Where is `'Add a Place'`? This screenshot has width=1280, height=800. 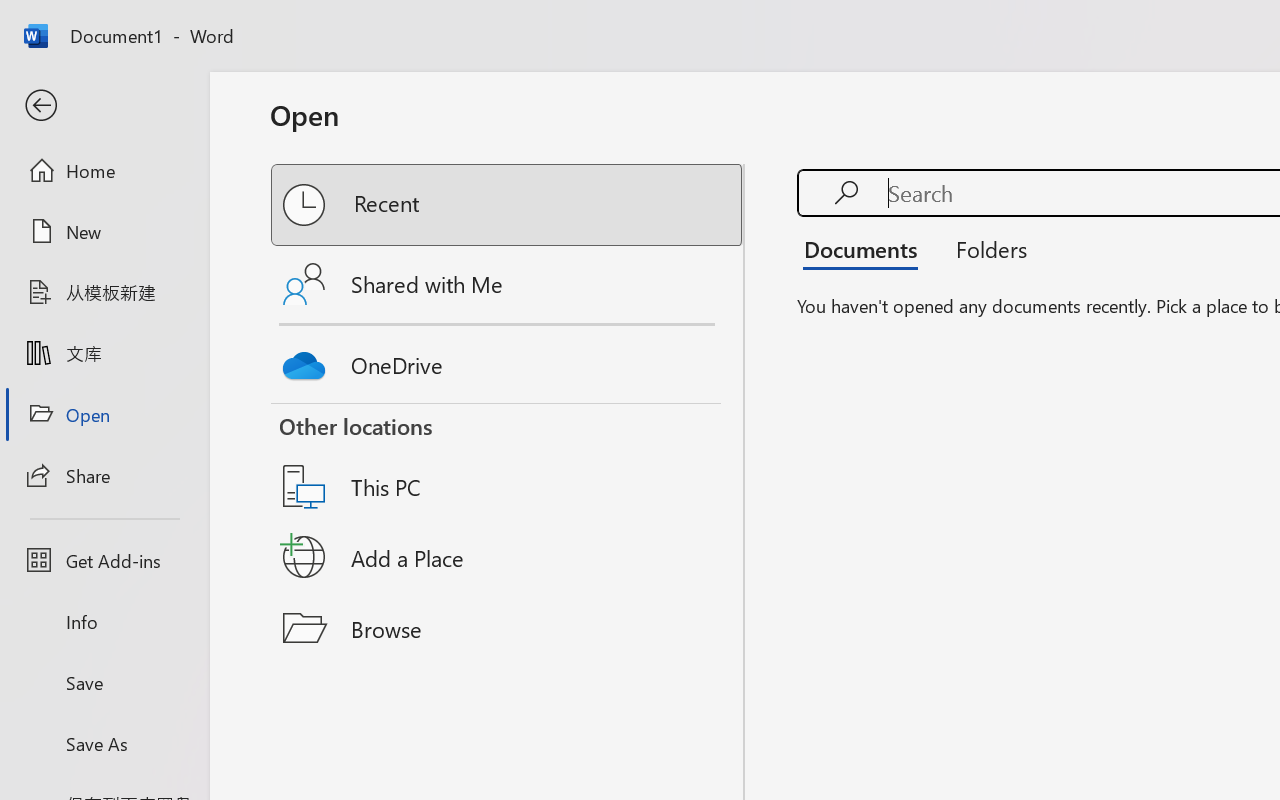 'Add a Place' is located at coordinates (508, 557).